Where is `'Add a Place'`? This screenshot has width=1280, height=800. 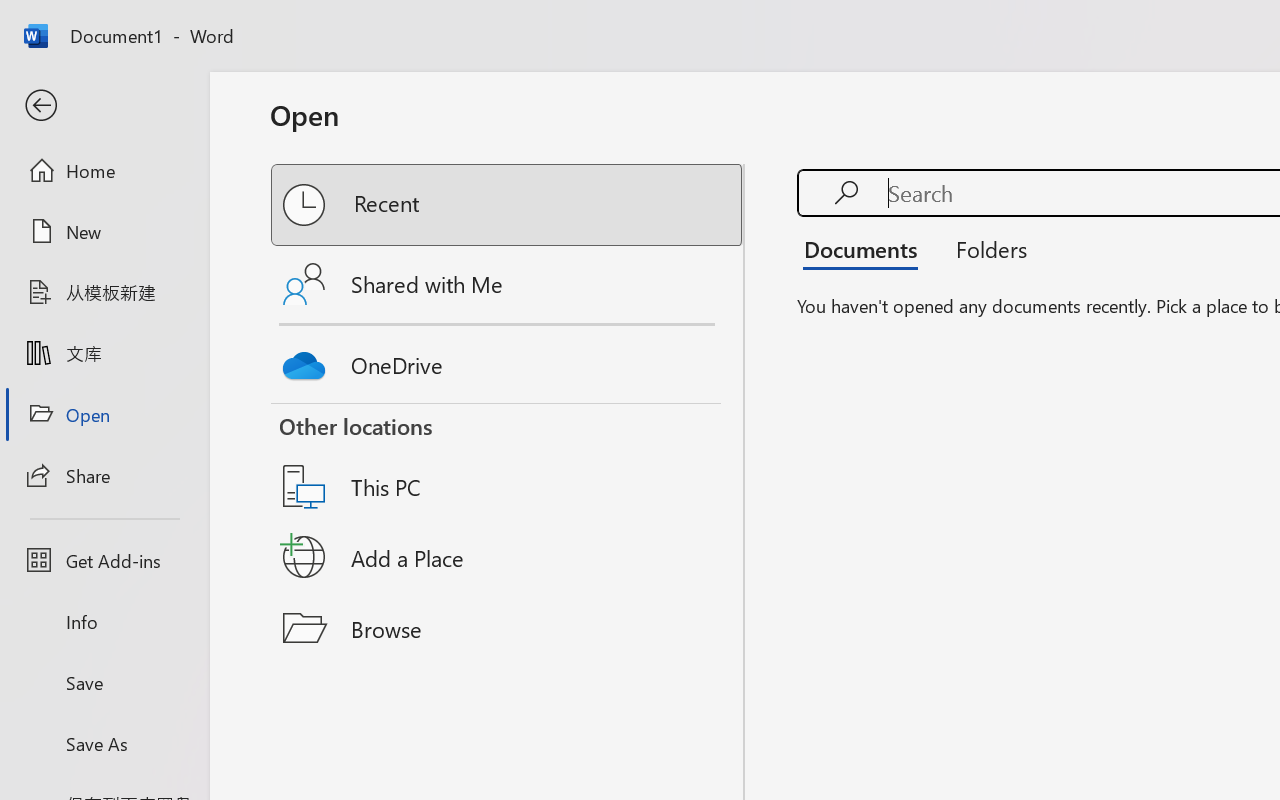 'Add a Place' is located at coordinates (508, 557).